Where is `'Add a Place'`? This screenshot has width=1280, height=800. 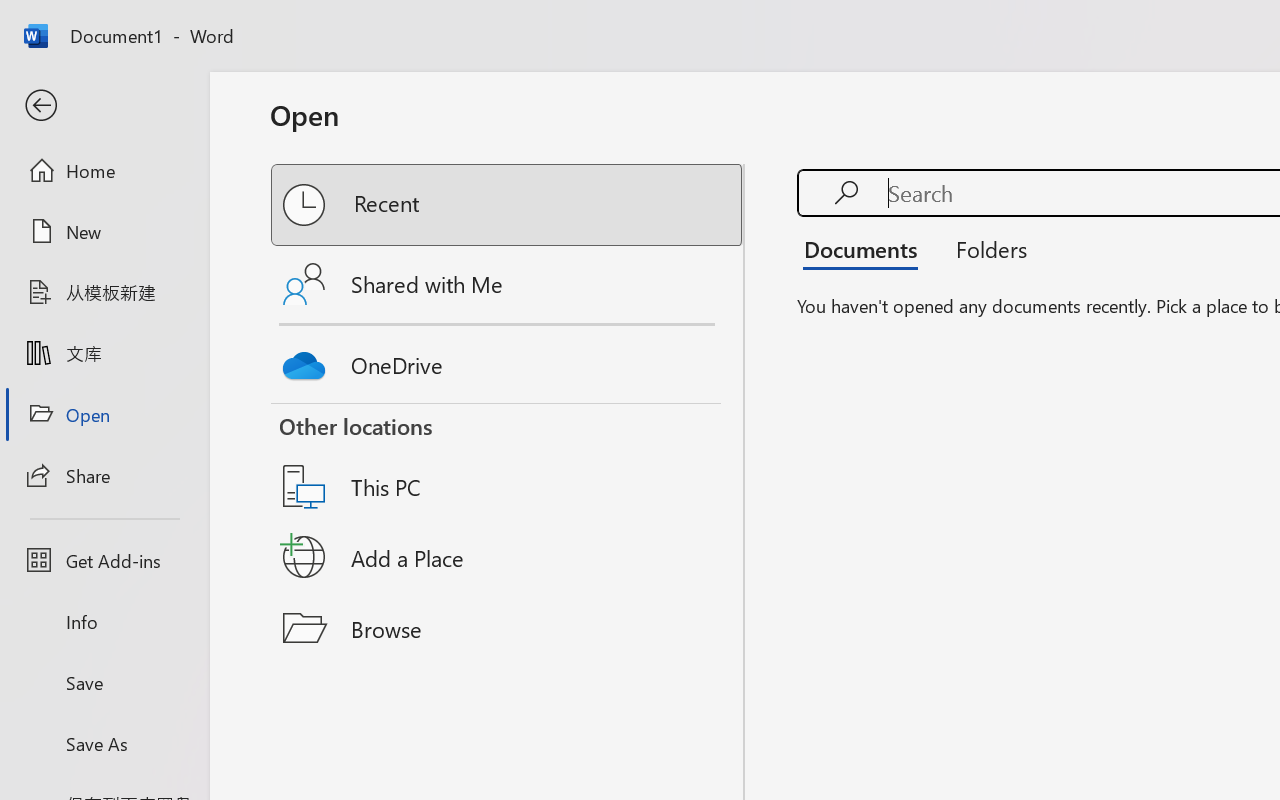 'Add a Place' is located at coordinates (508, 557).